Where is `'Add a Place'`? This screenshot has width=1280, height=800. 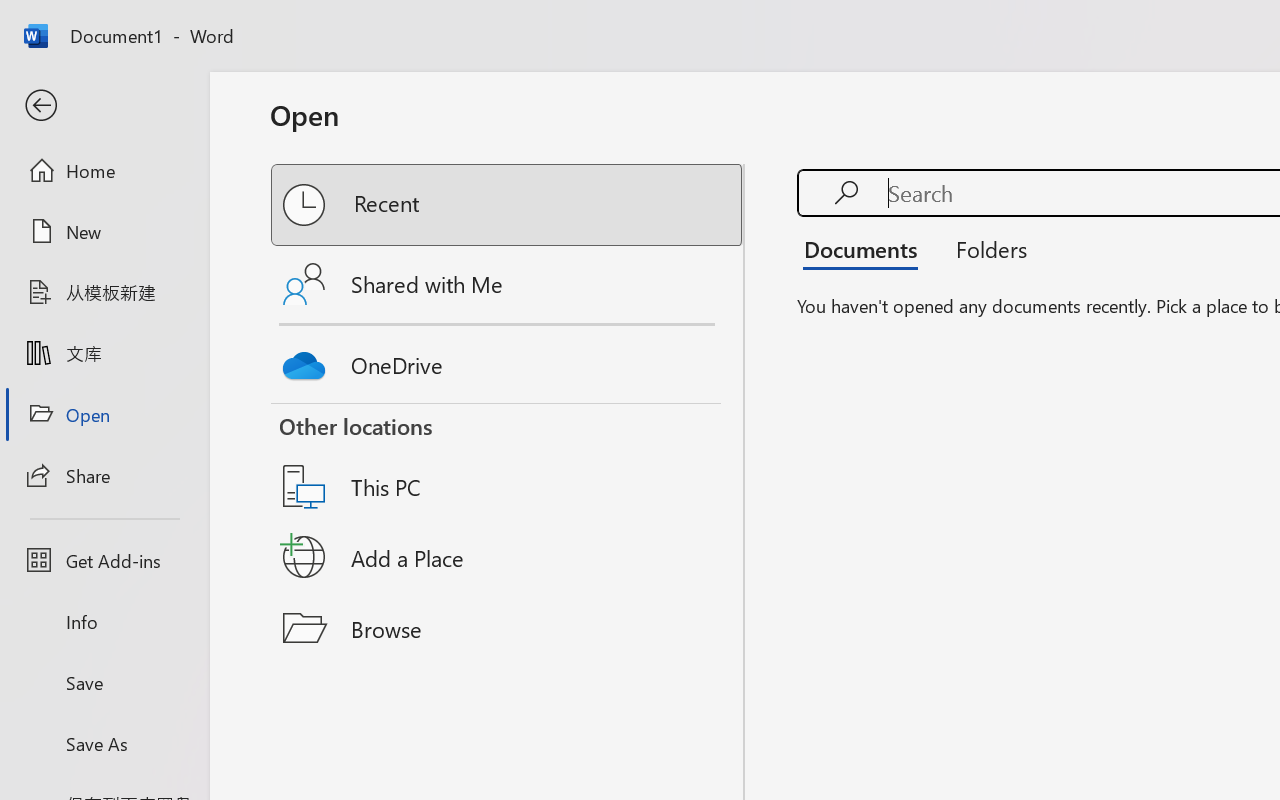 'Add a Place' is located at coordinates (508, 557).